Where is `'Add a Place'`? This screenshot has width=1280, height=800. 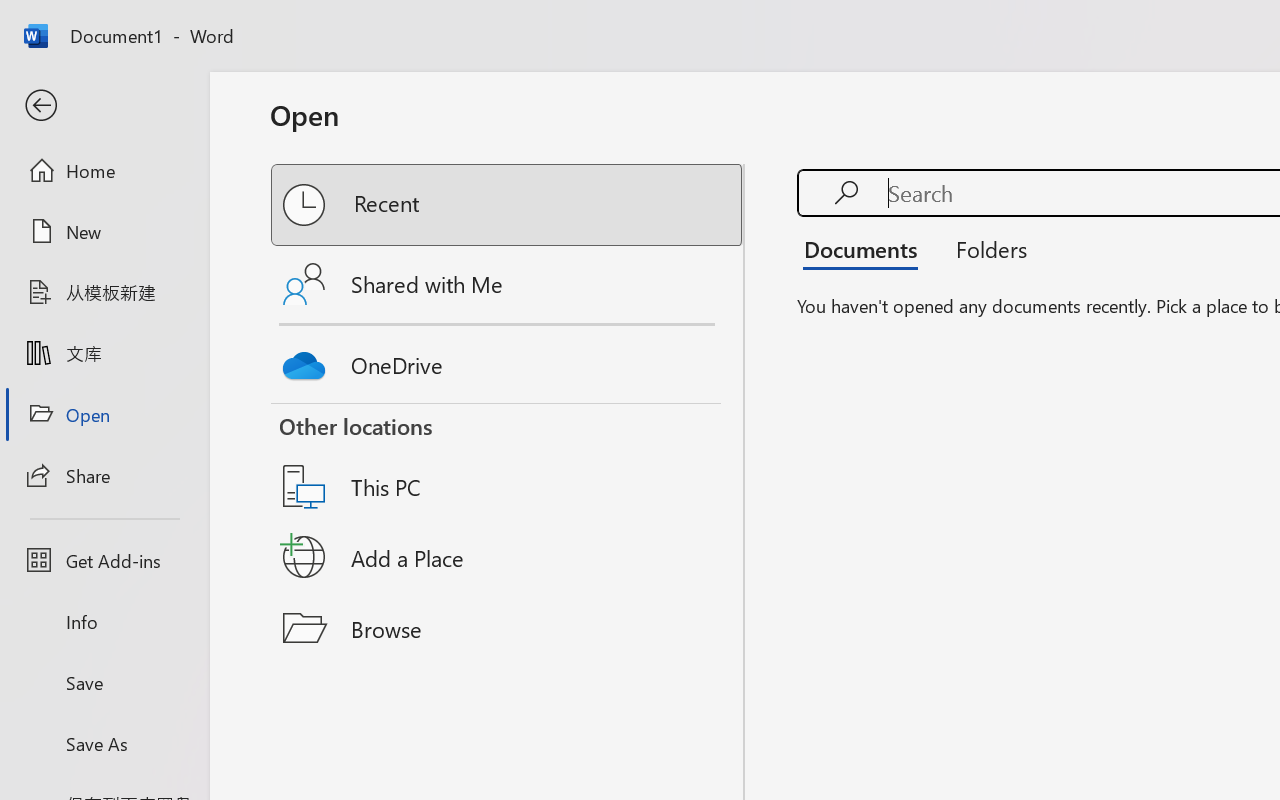 'Add a Place' is located at coordinates (508, 557).